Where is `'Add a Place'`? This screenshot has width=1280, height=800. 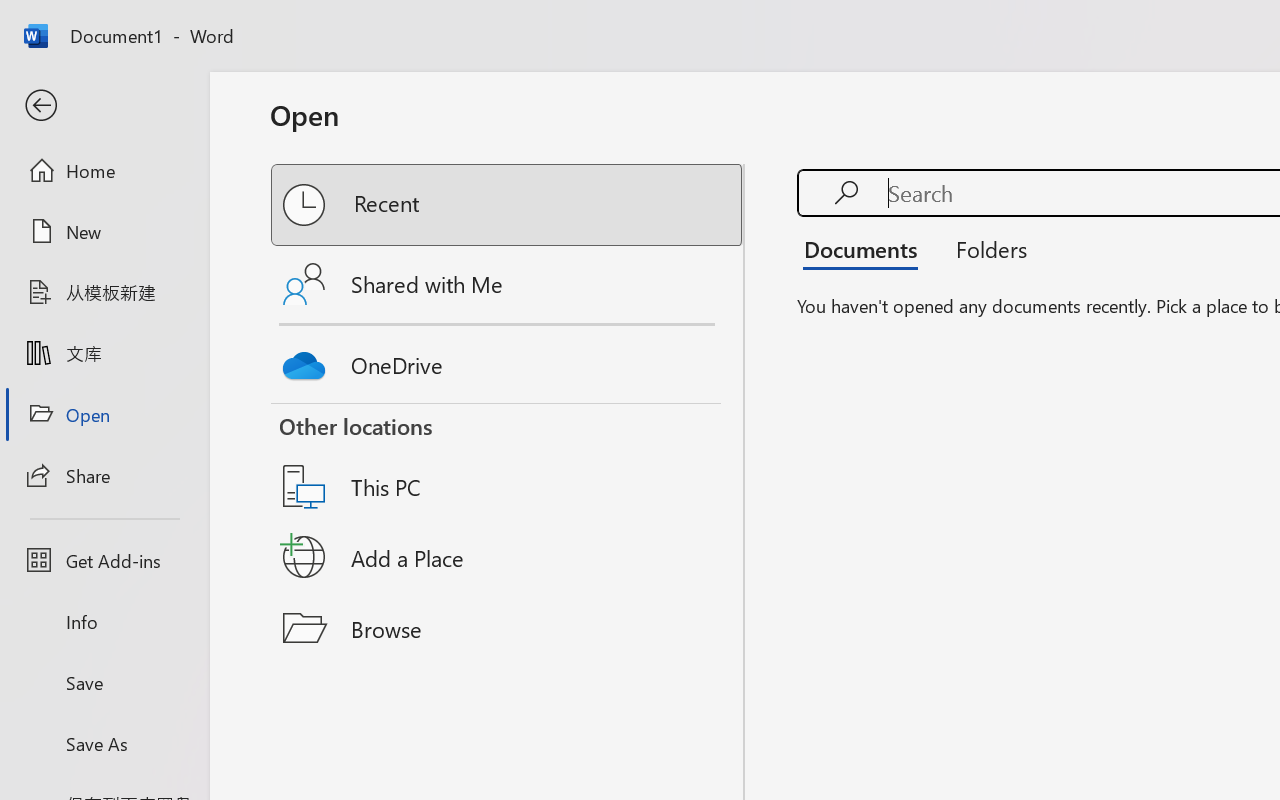 'Add a Place' is located at coordinates (508, 557).